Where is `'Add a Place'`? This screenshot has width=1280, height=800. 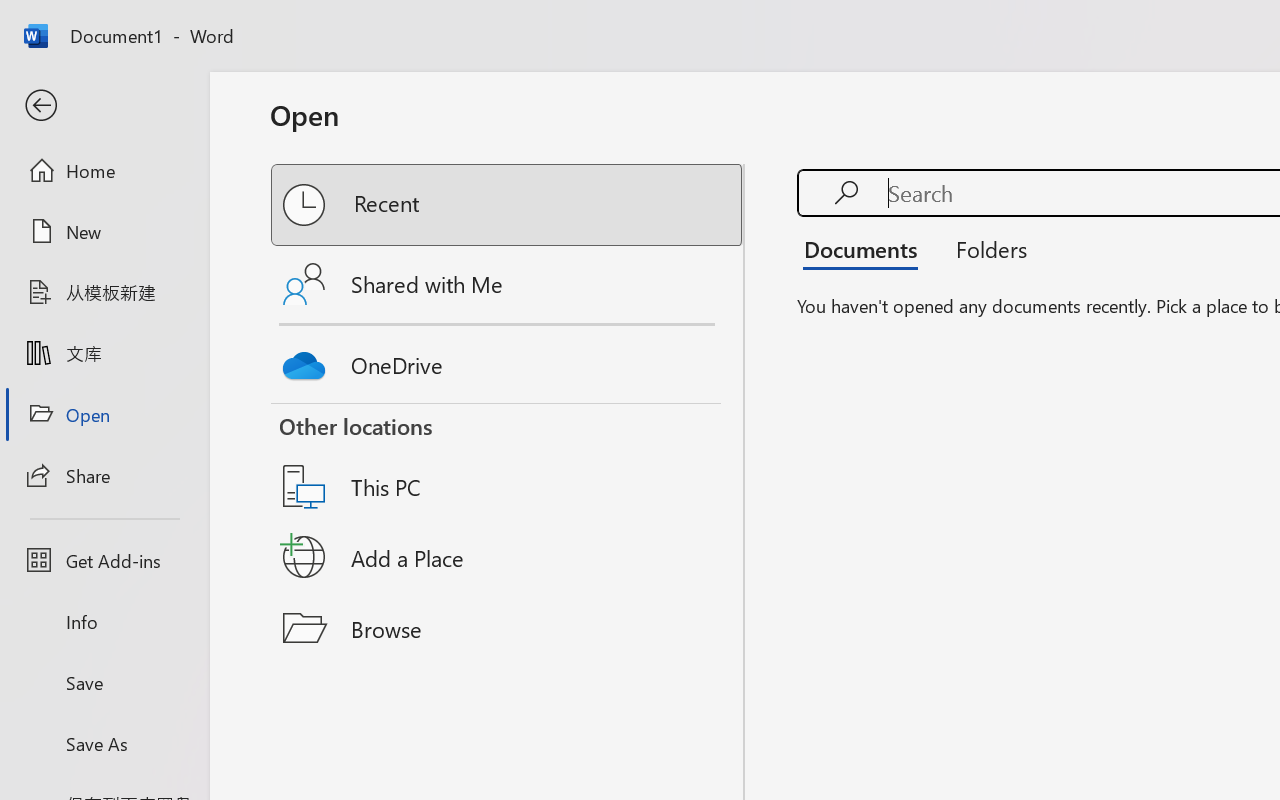 'Add a Place' is located at coordinates (508, 557).